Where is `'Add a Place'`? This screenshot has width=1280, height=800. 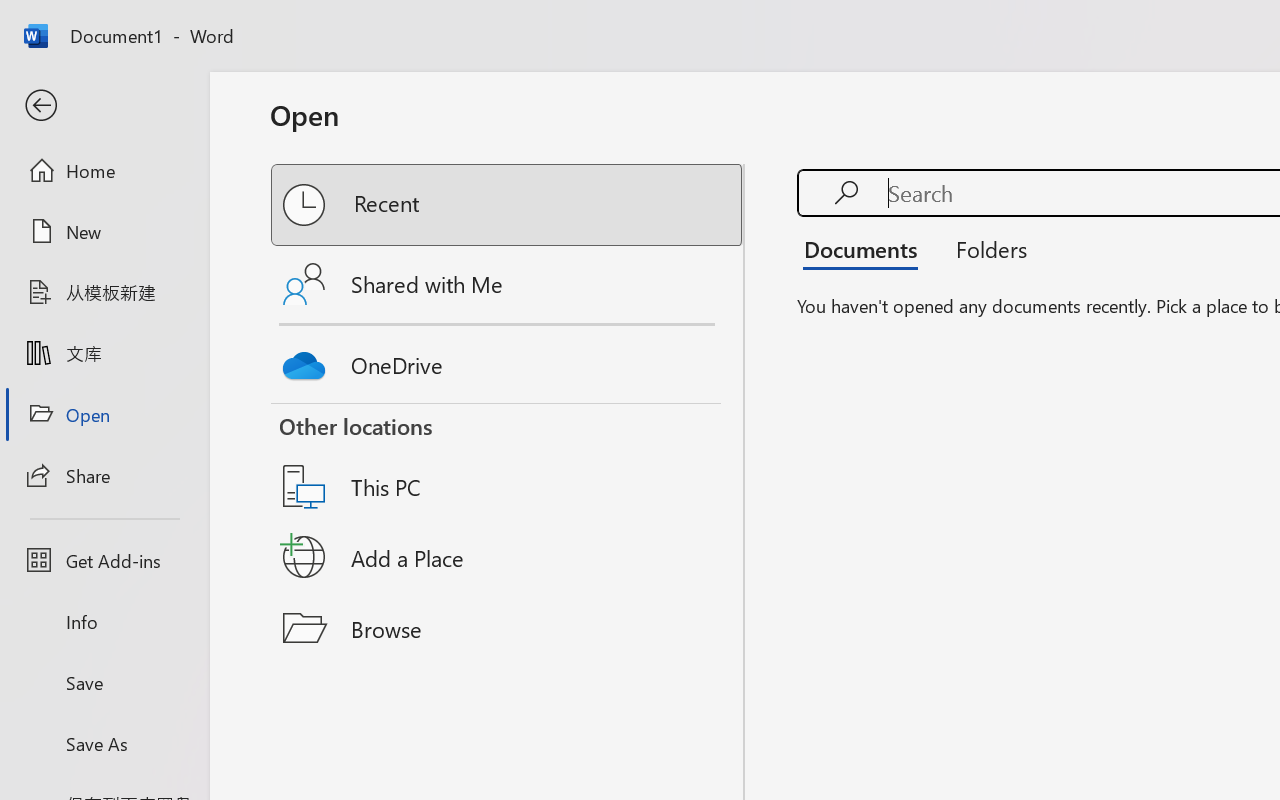 'Add a Place' is located at coordinates (508, 557).